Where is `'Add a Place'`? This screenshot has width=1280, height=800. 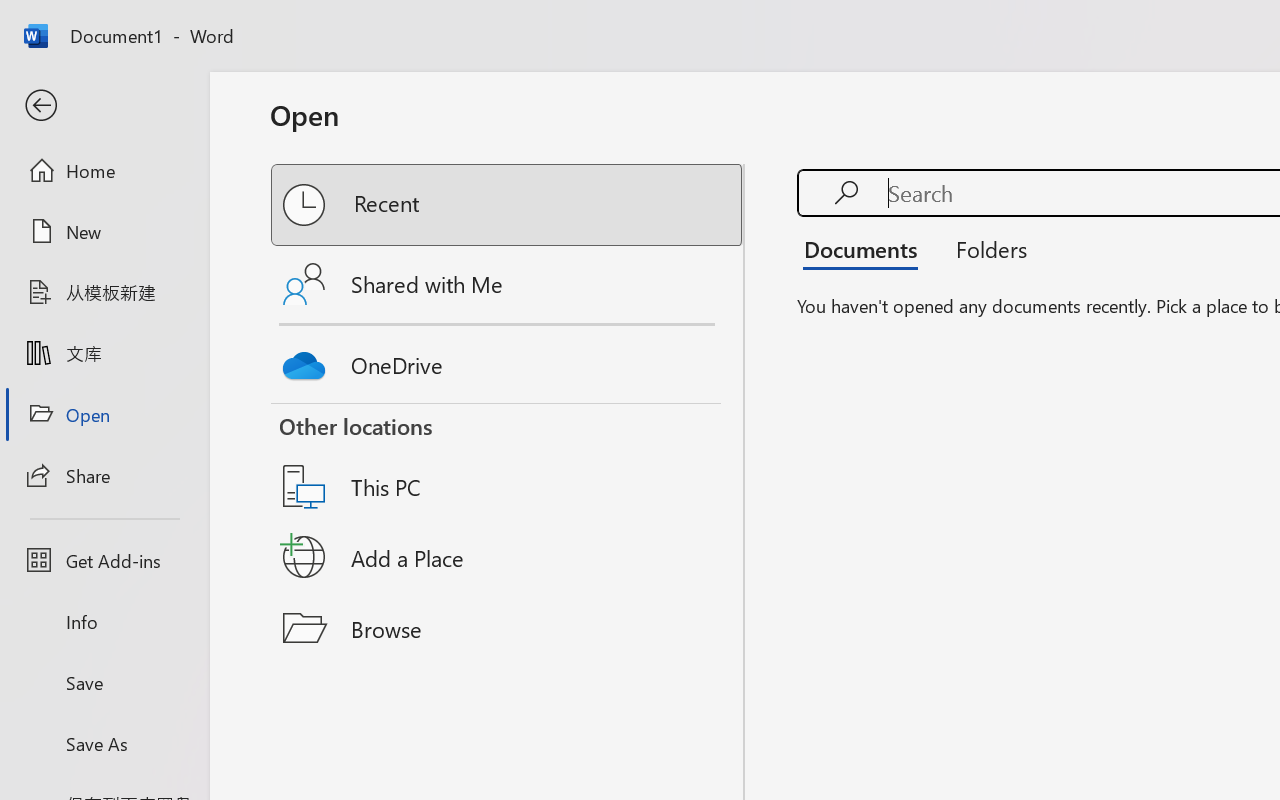 'Add a Place' is located at coordinates (508, 557).